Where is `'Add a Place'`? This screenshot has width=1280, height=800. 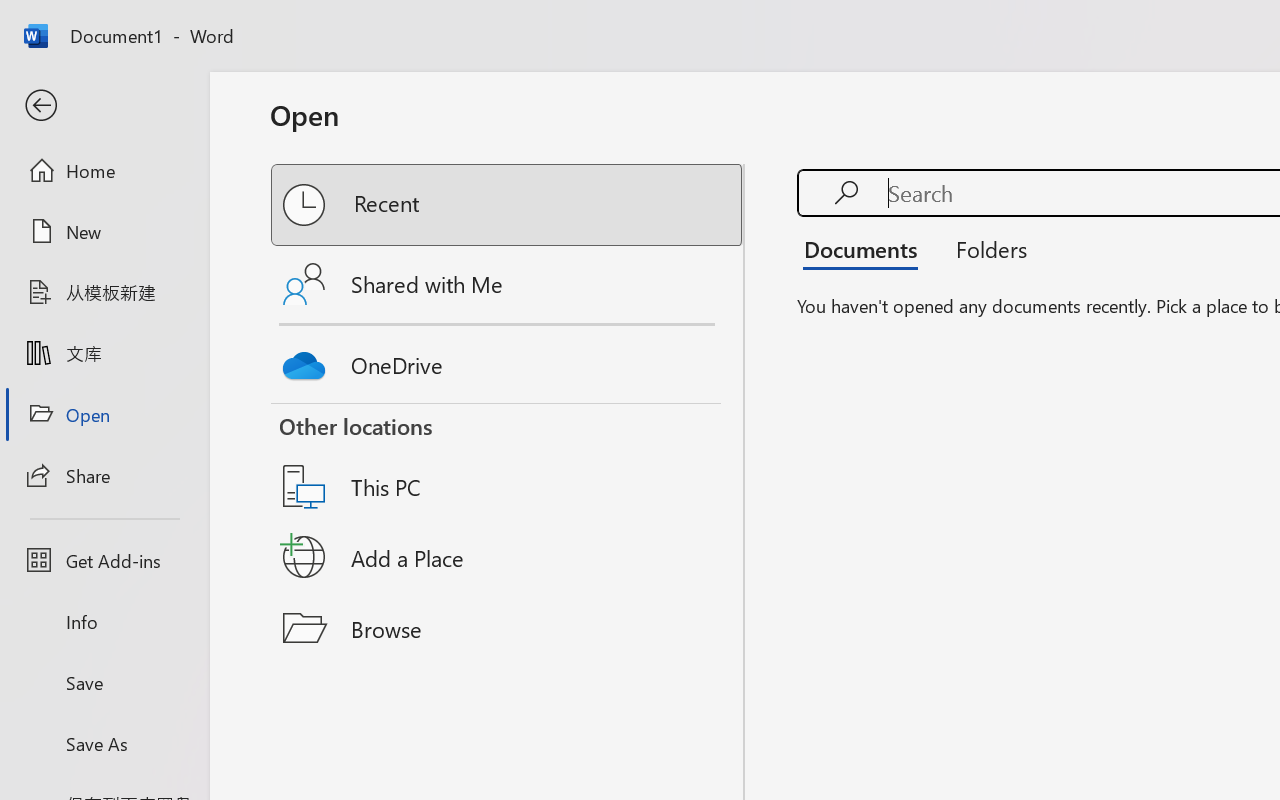 'Add a Place' is located at coordinates (508, 557).